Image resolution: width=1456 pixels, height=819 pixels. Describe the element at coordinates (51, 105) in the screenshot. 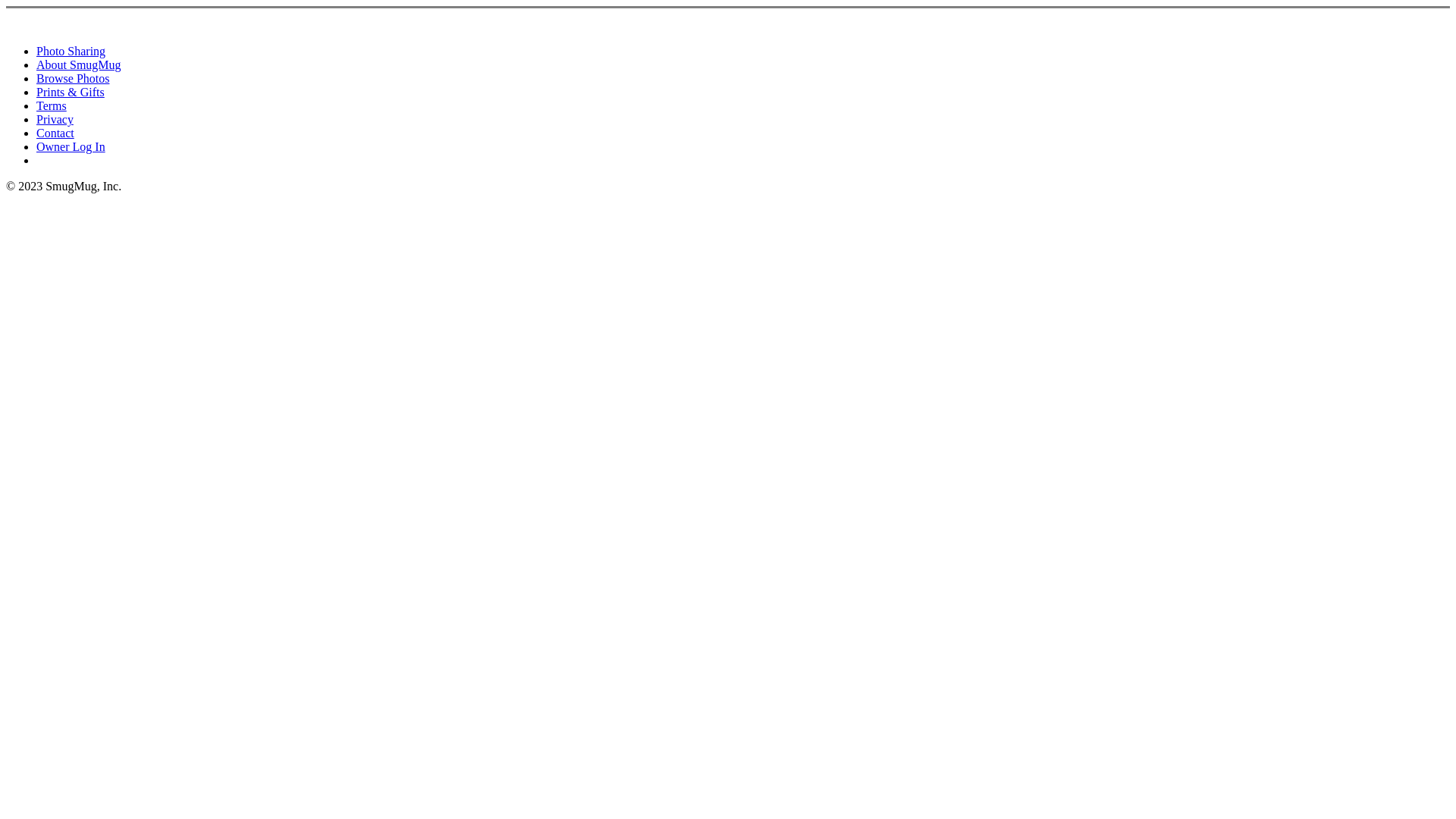

I see `'Terms'` at that location.